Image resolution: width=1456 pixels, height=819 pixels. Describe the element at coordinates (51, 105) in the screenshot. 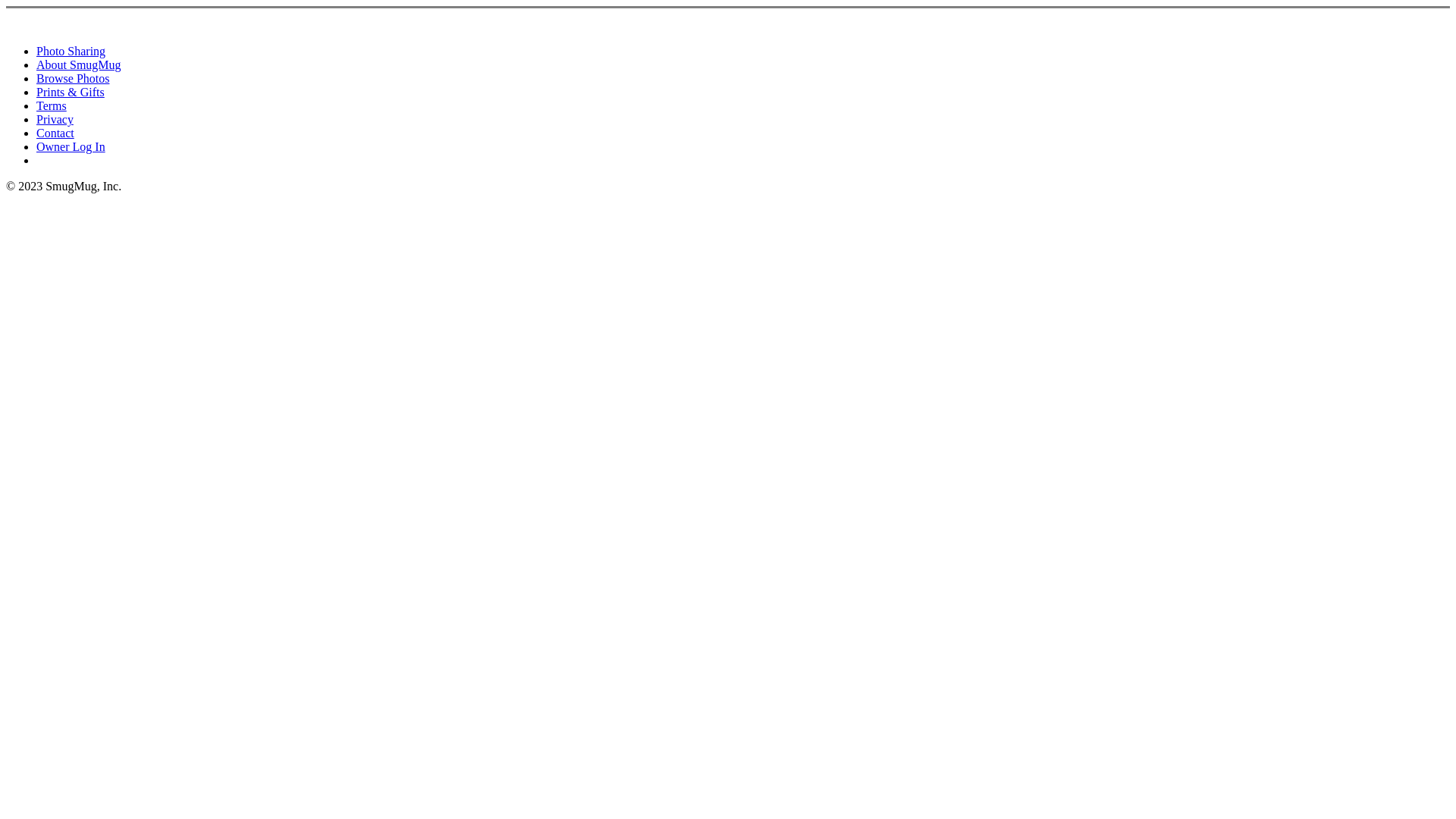

I see `'Terms'` at that location.